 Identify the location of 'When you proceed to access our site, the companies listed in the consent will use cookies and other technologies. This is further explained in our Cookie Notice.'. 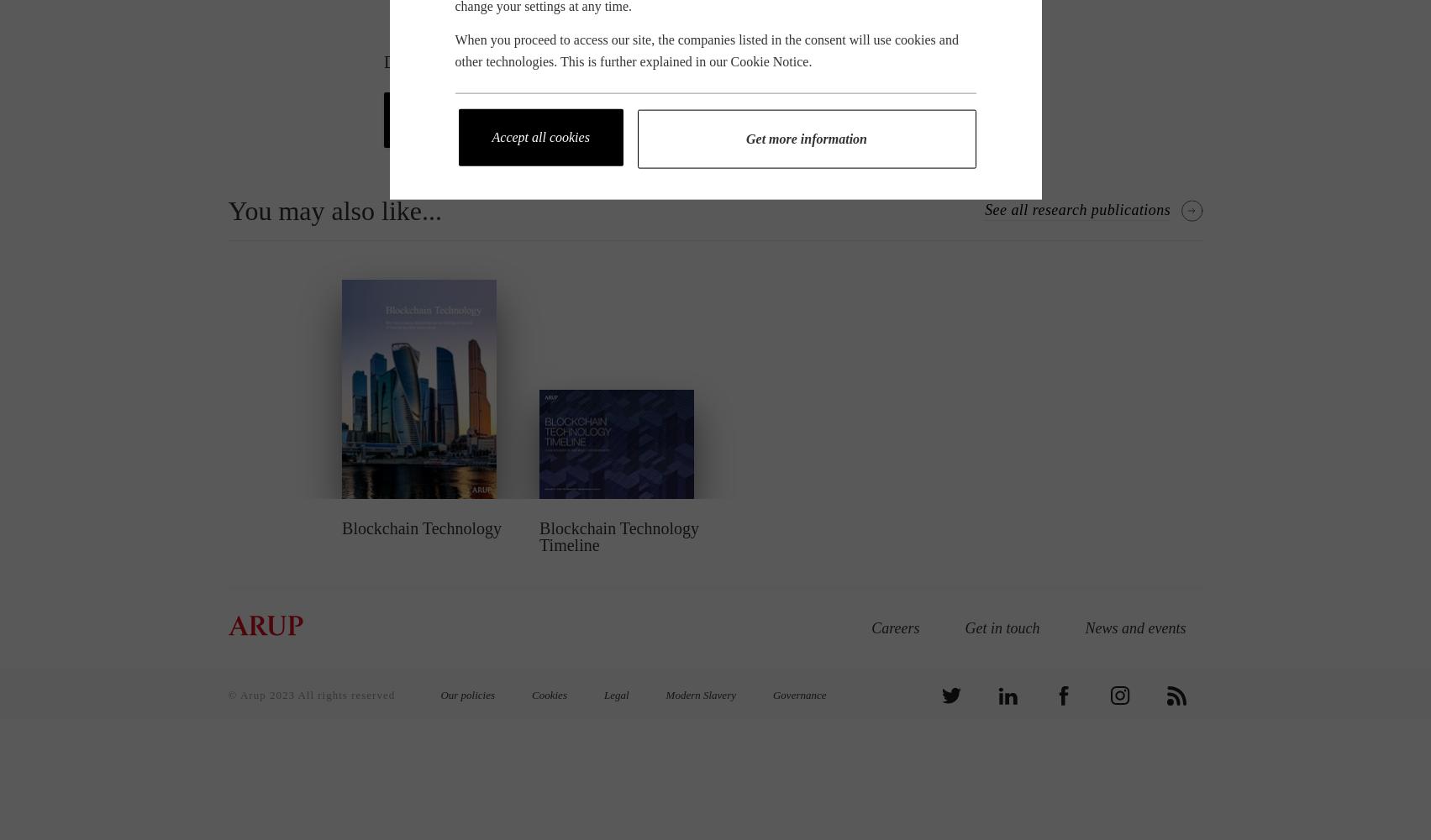
(706, 50).